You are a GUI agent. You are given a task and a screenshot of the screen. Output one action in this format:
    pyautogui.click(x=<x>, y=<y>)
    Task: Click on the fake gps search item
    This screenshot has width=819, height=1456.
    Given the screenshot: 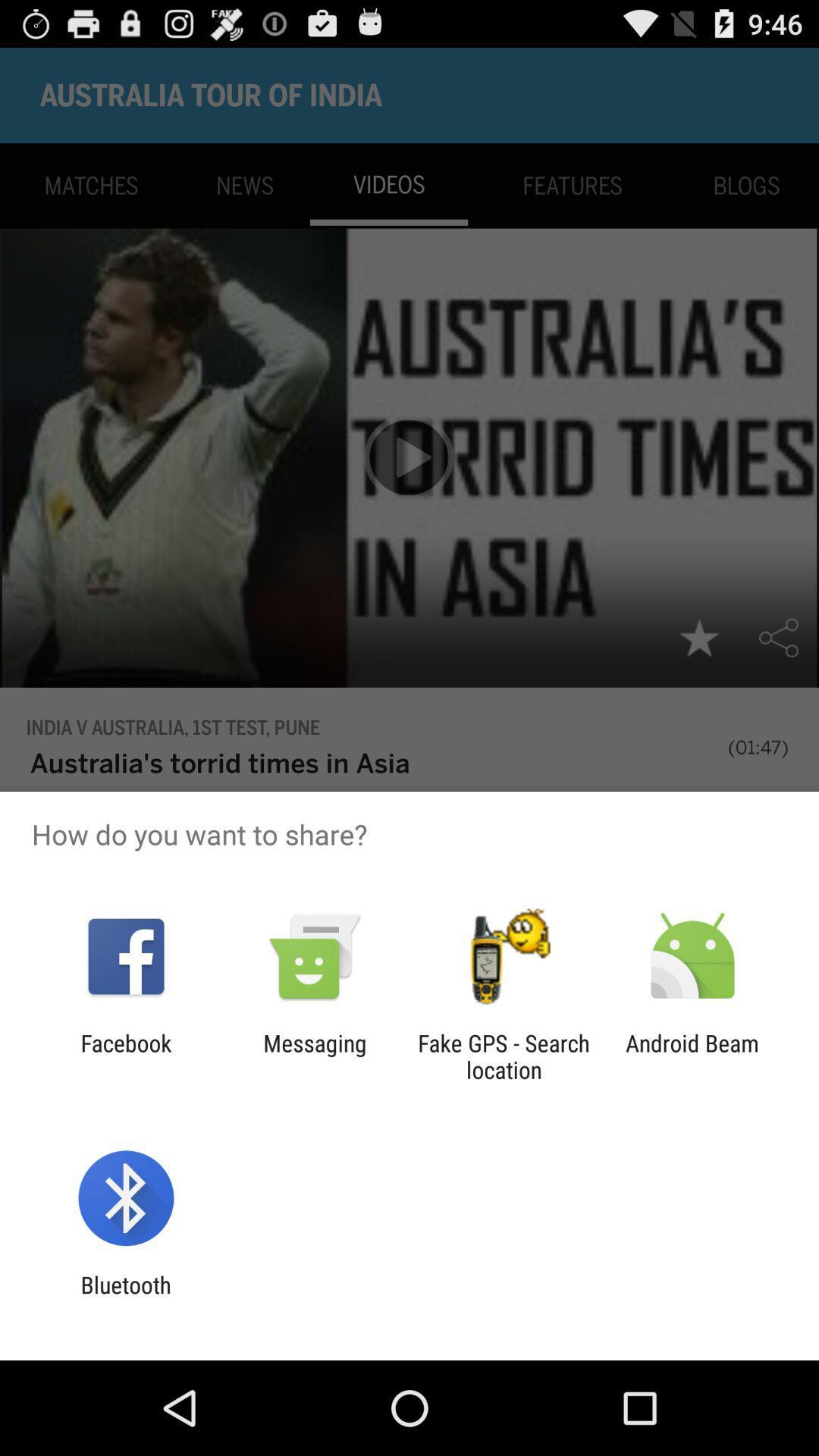 What is the action you would take?
    pyautogui.click(x=504, y=1056)
    